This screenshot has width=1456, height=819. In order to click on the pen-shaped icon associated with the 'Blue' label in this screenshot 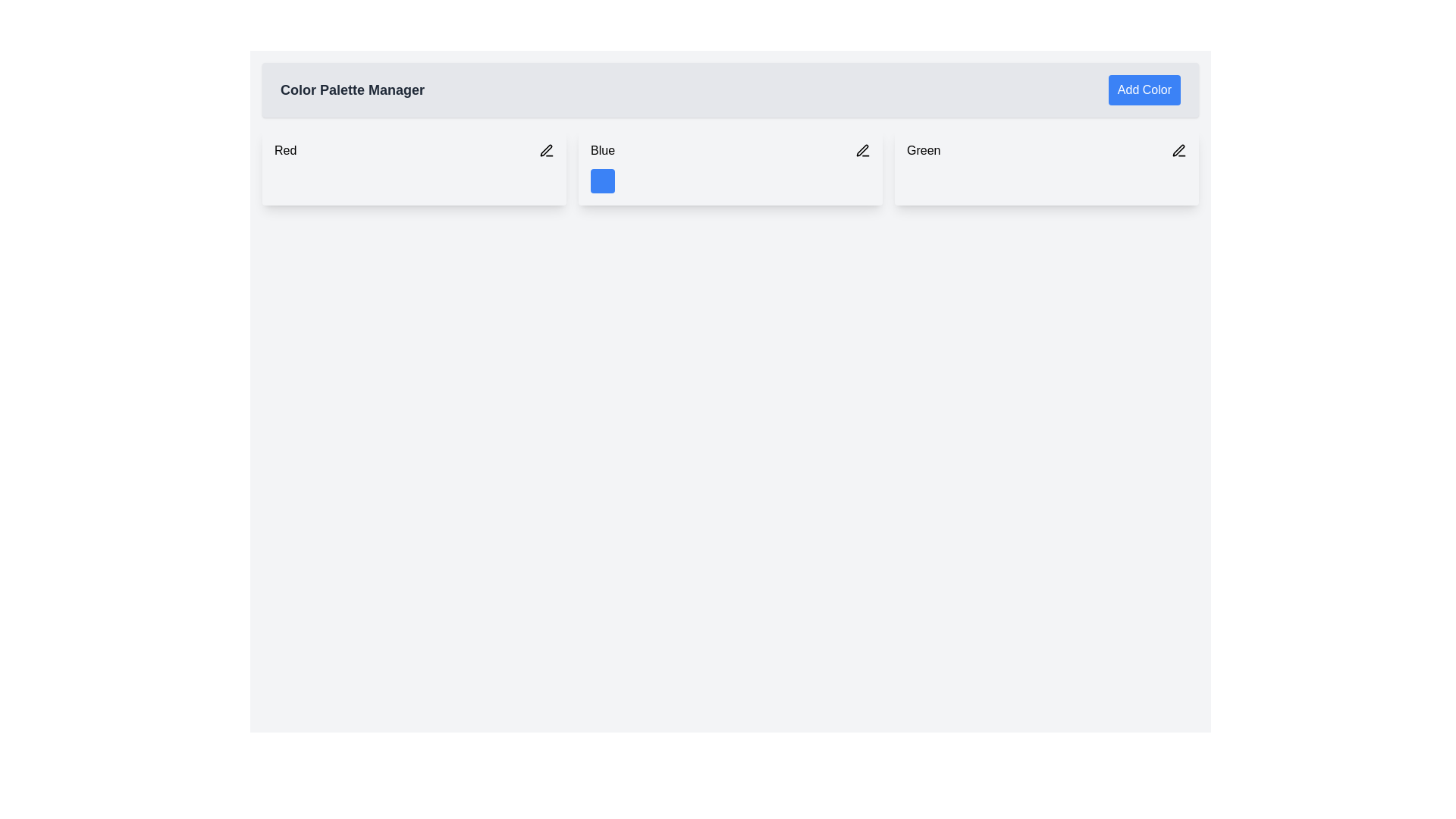, I will do `click(862, 150)`.